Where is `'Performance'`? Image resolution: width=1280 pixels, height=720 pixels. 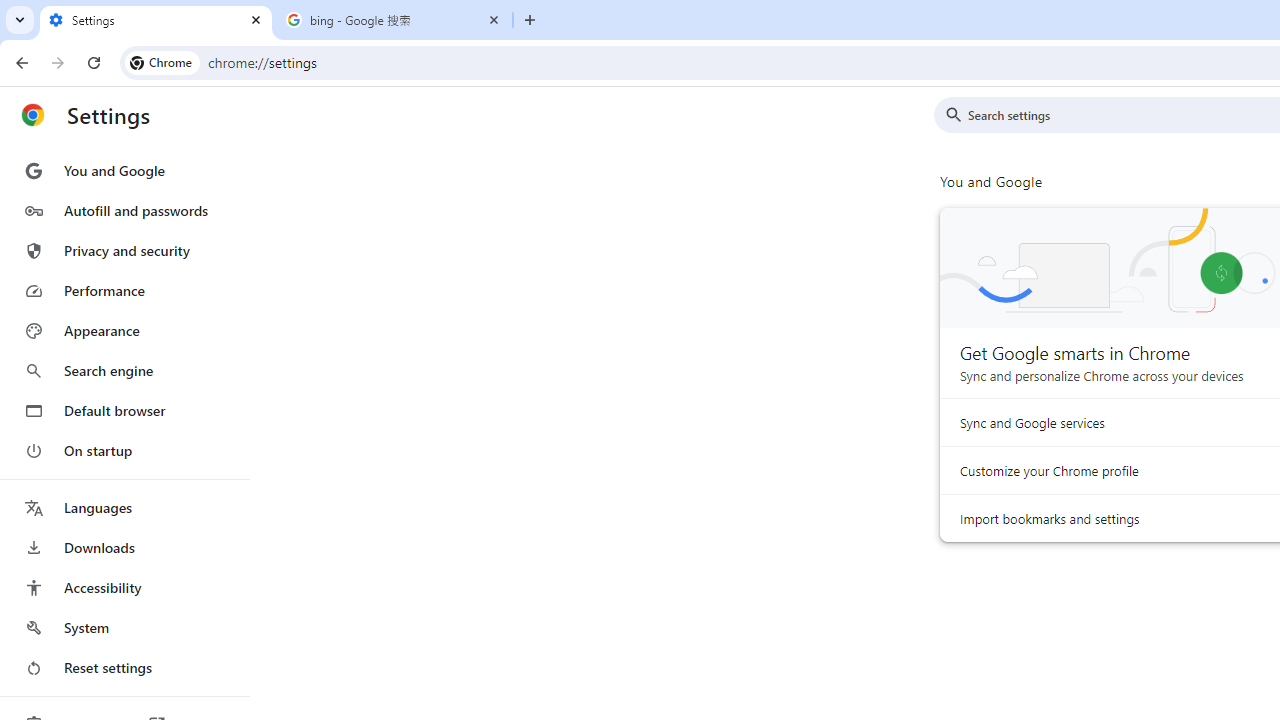
'Performance' is located at coordinates (123, 290).